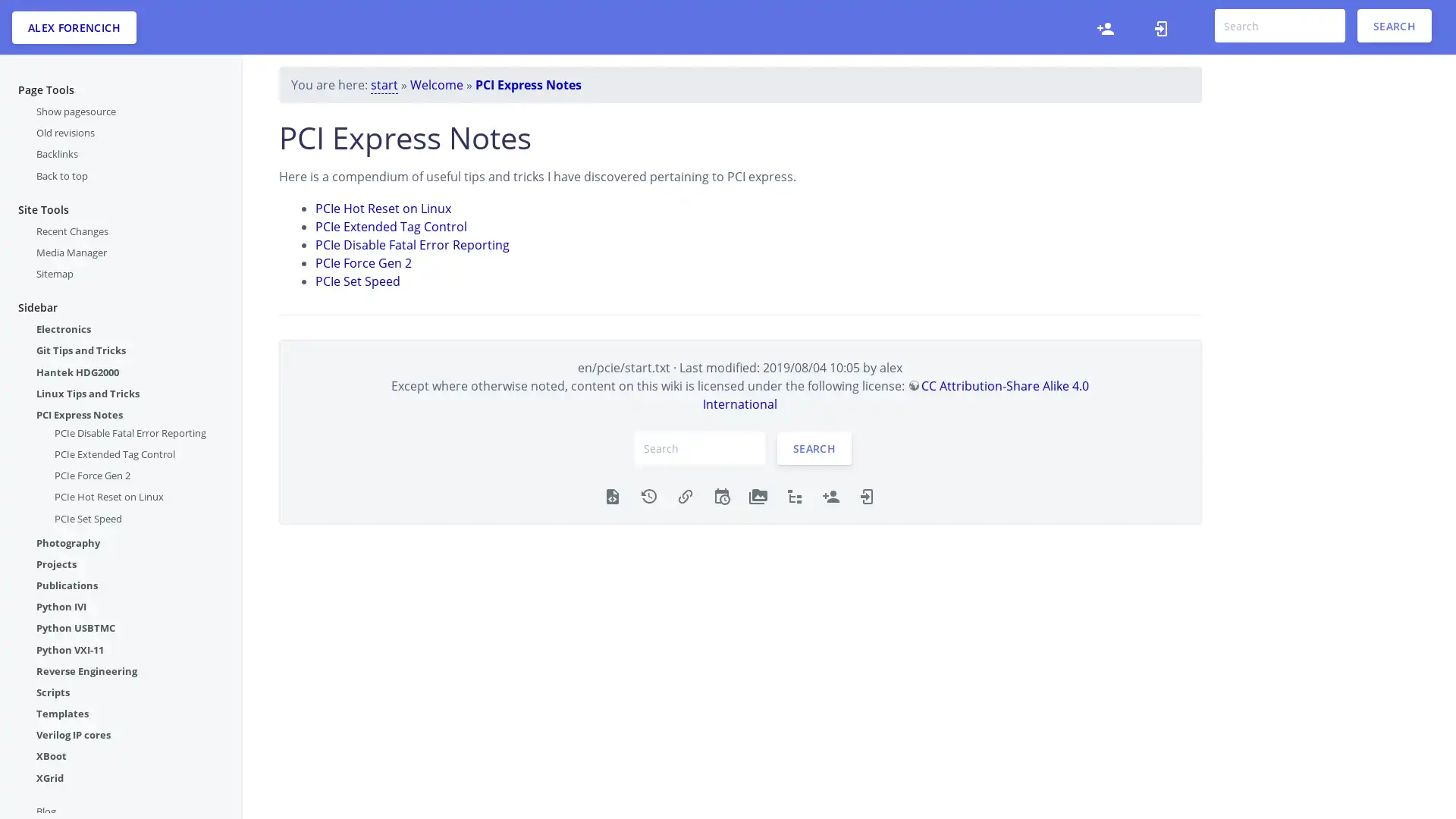 Image resolution: width=1456 pixels, height=819 pixels. What do you see at coordinates (814, 447) in the screenshot?
I see `SEARCH` at bounding box center [814, 447].